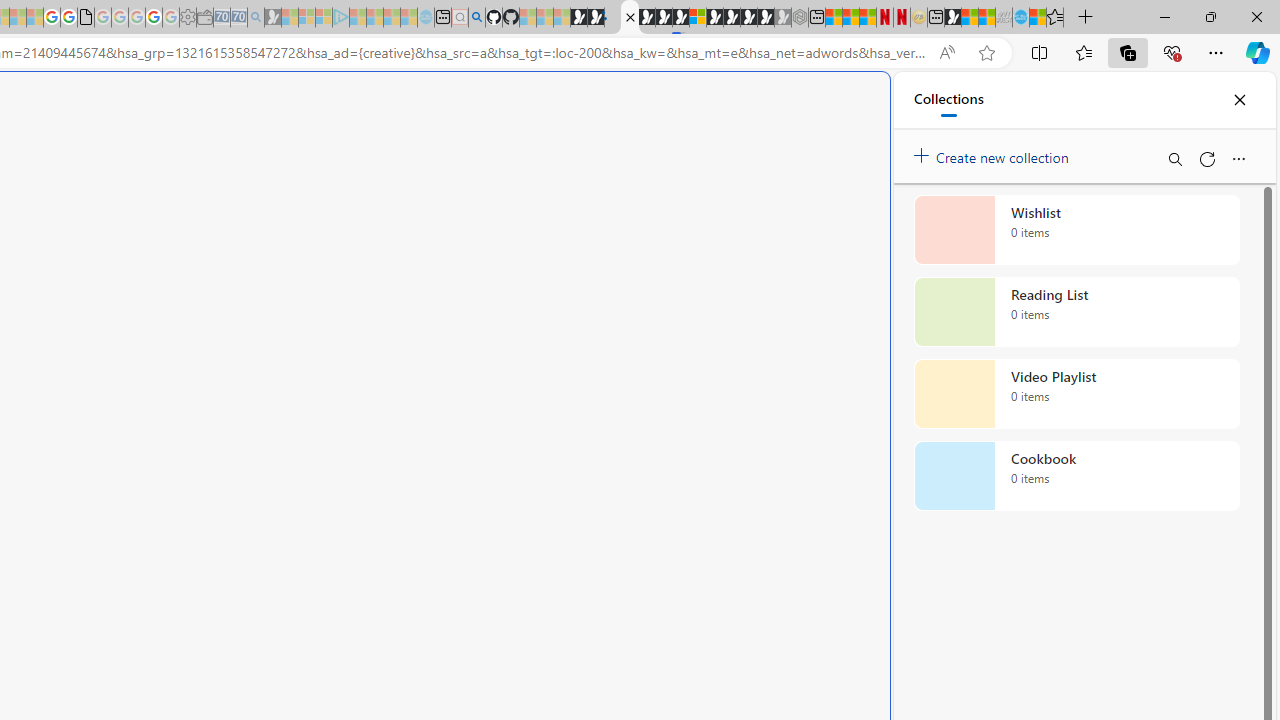 The height and width of the screenshot is (720, 1280). What do you see at coordinates (1076, 394) in the screenshot?
I see `'Video Playlist collection, 0 items'` at bounding box center [1076, 394].